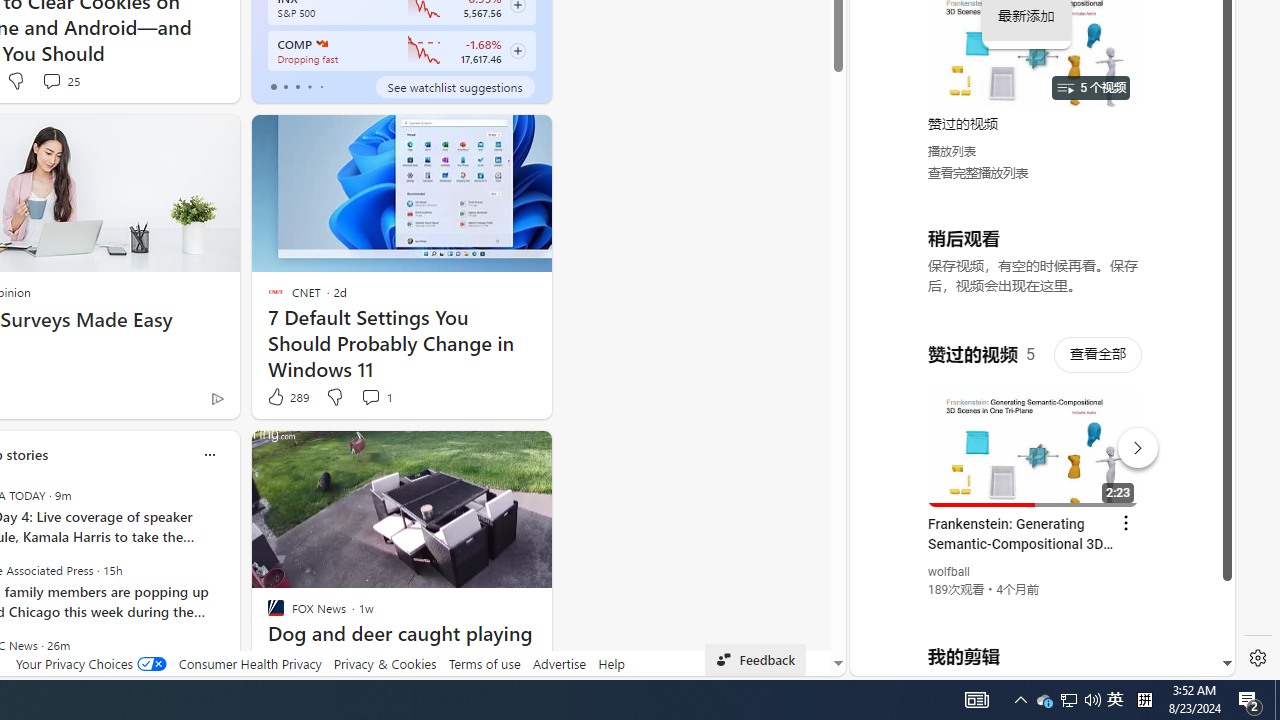  What do you see at coordinates (296, 86) in the screenshot?
I see `'tab-2'` at bounding box center [296, 86].